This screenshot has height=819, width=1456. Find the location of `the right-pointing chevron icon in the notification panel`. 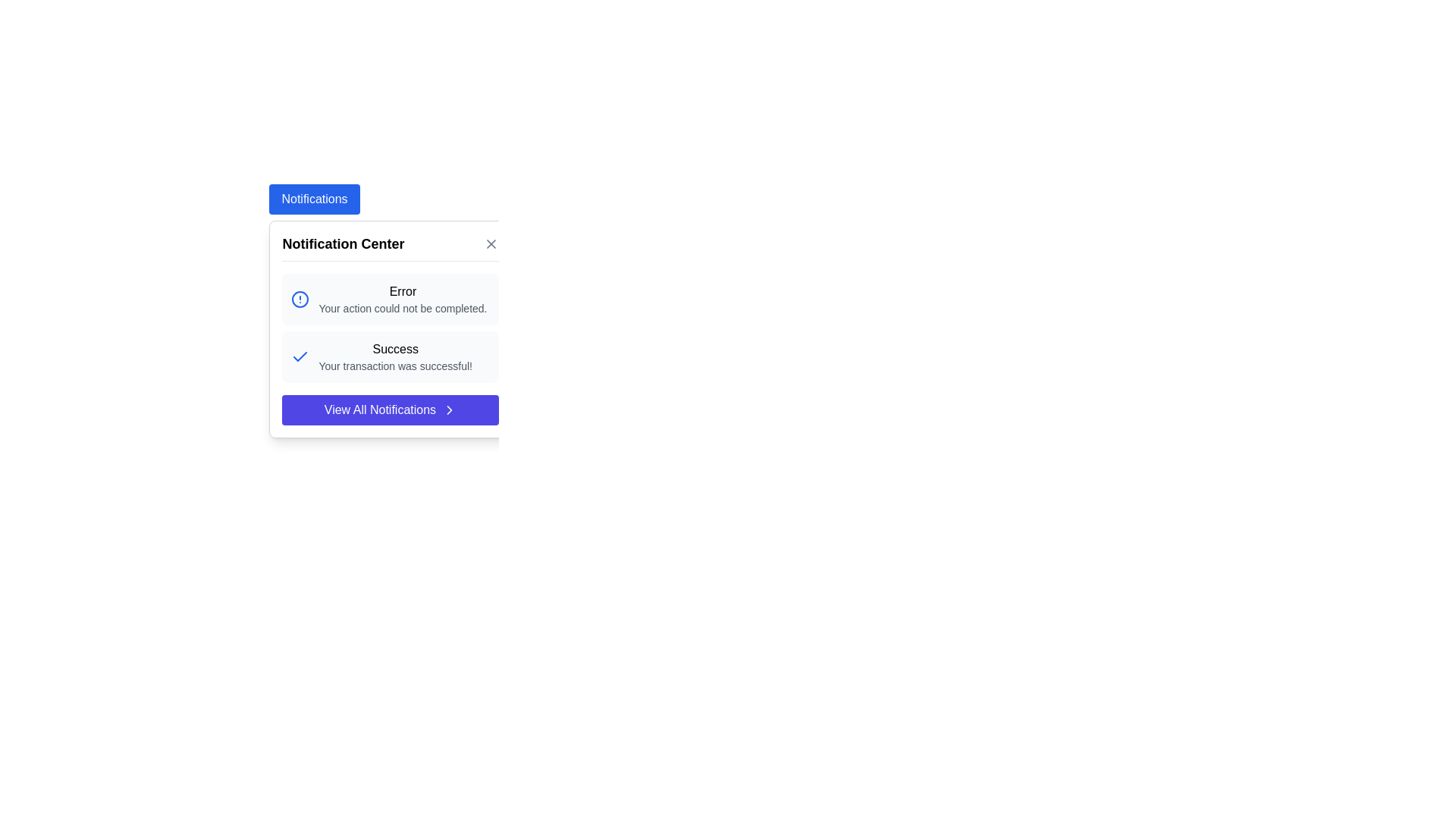

the right-pointing chevron icon in the notification panel is located at coordinates (449, 409).